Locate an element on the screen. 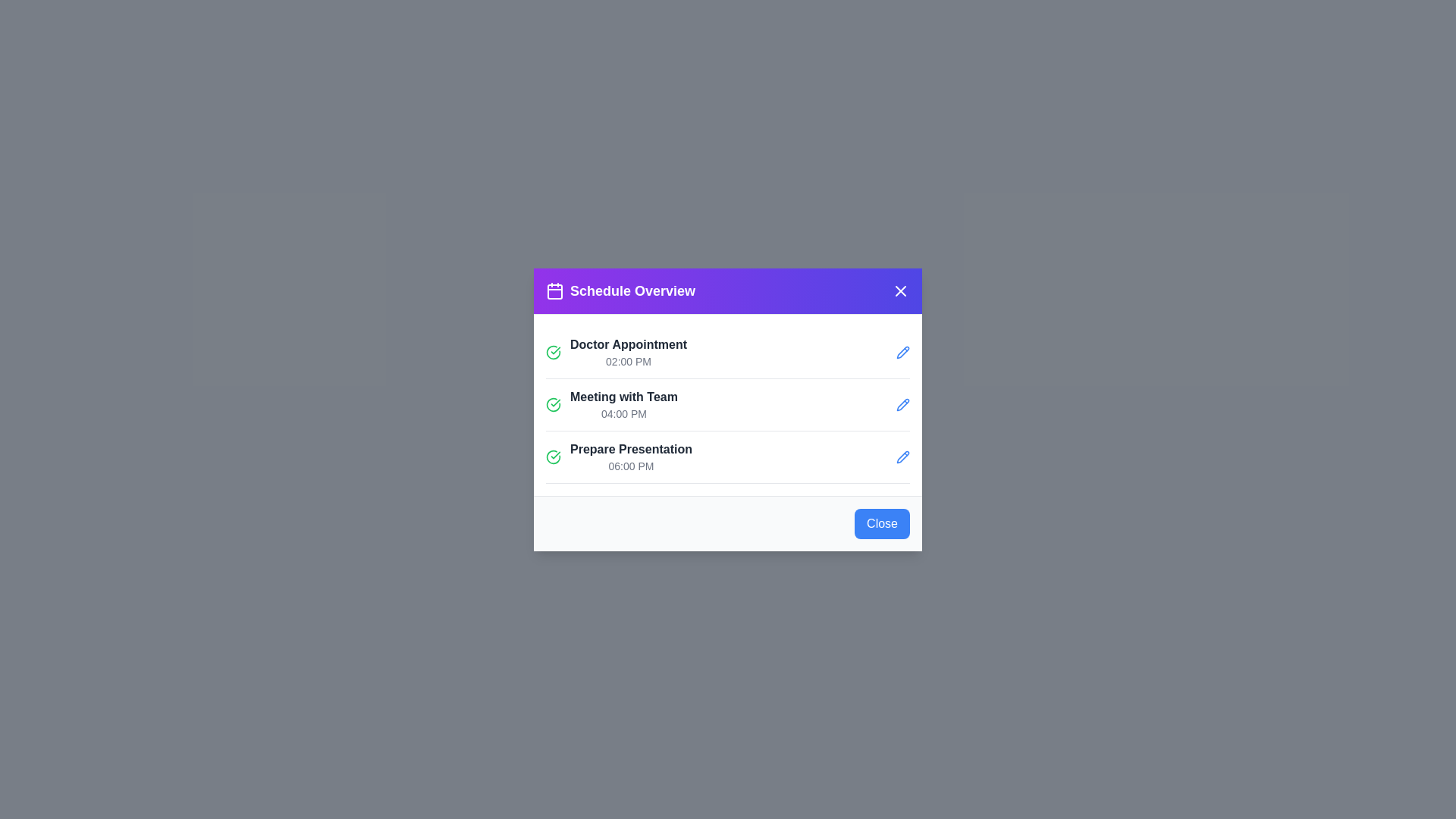 The height and width of the screenshot is (819, 1456). the first list item in the 'Schedule Overview' dialog is located at coordinates (728, 353).